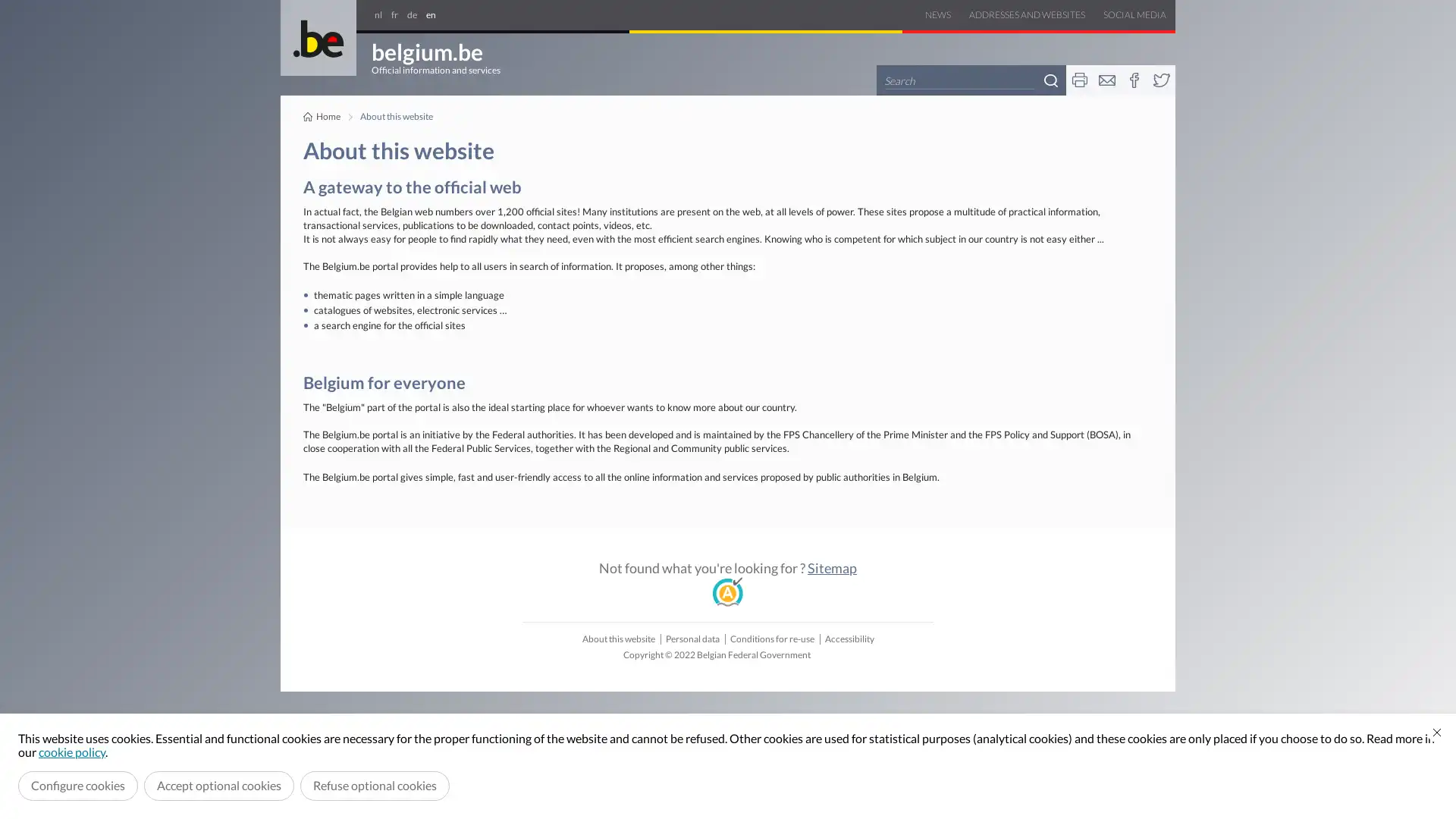  Describe the element at coordinates (375, 785) in the screenshot. I see `Refuse optional cookies` at that location.